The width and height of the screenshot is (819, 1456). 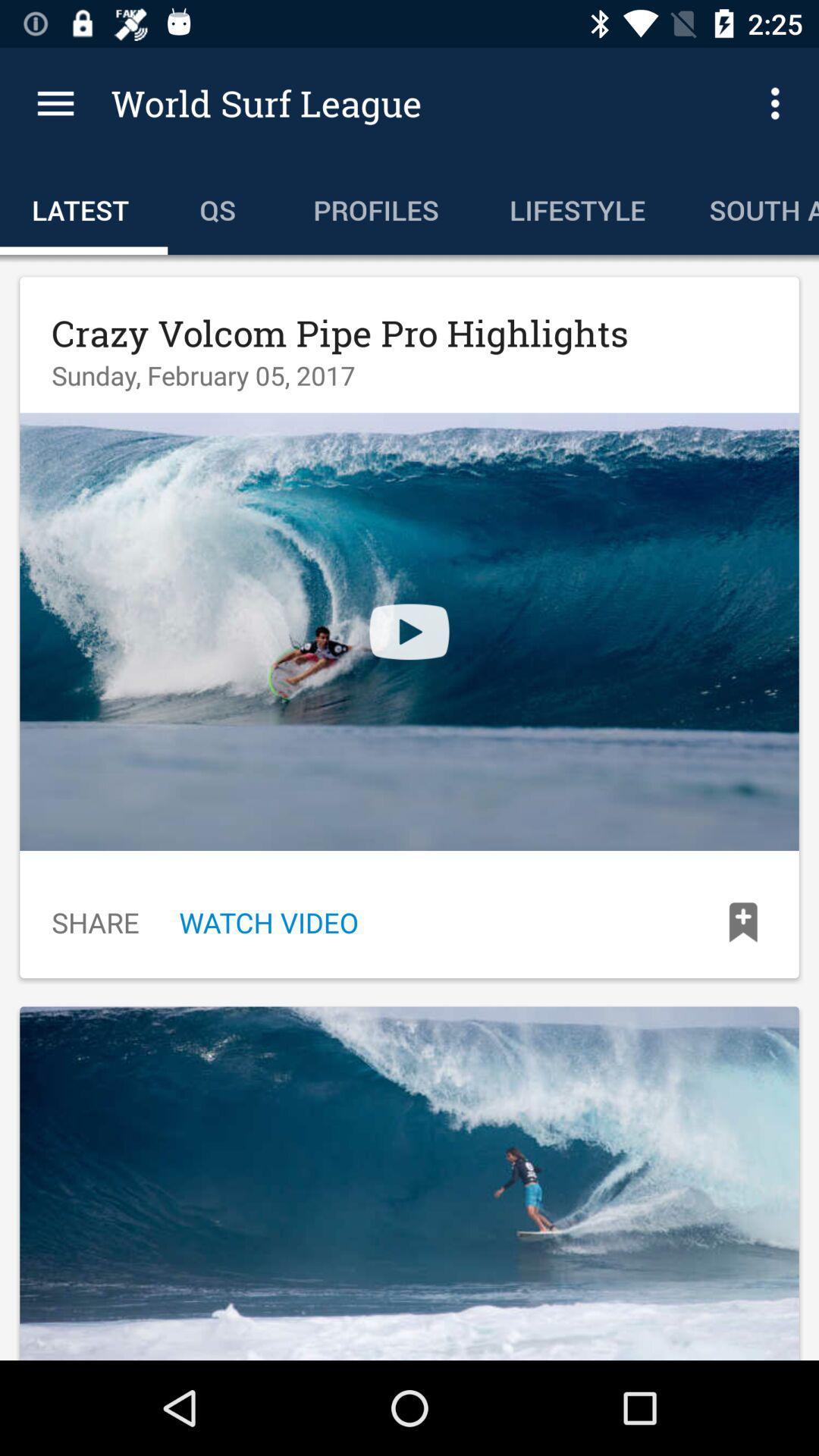 What do you see at coordinates (378, 206) in the screenshot?
I see `icon to the left of the lifestyle icon` at bounding box center [378, 206].